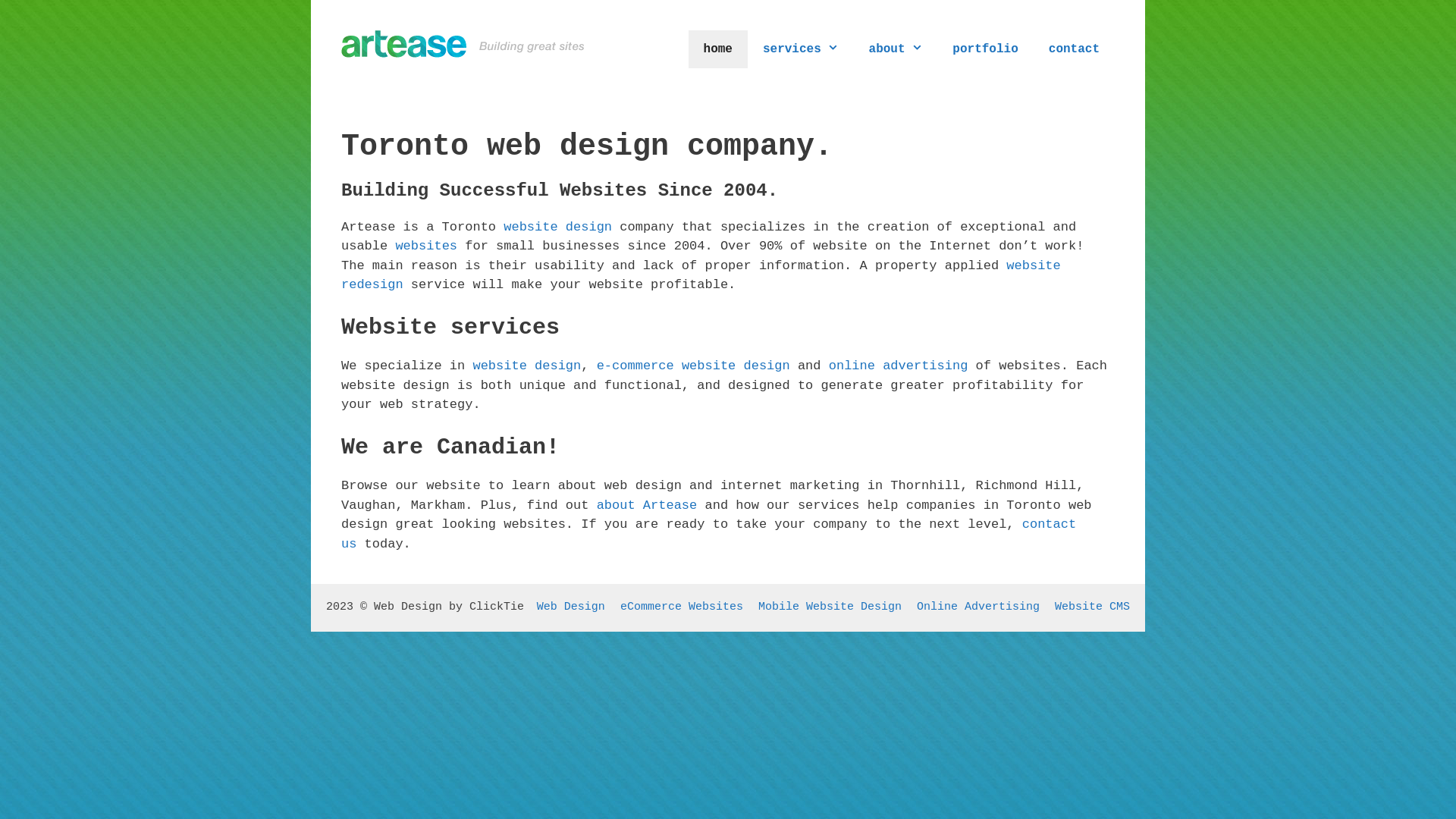  What do you see at coordinates (537, 606) in the screenshot?
I see `'Web Design'` at bounding box center [537, 606].